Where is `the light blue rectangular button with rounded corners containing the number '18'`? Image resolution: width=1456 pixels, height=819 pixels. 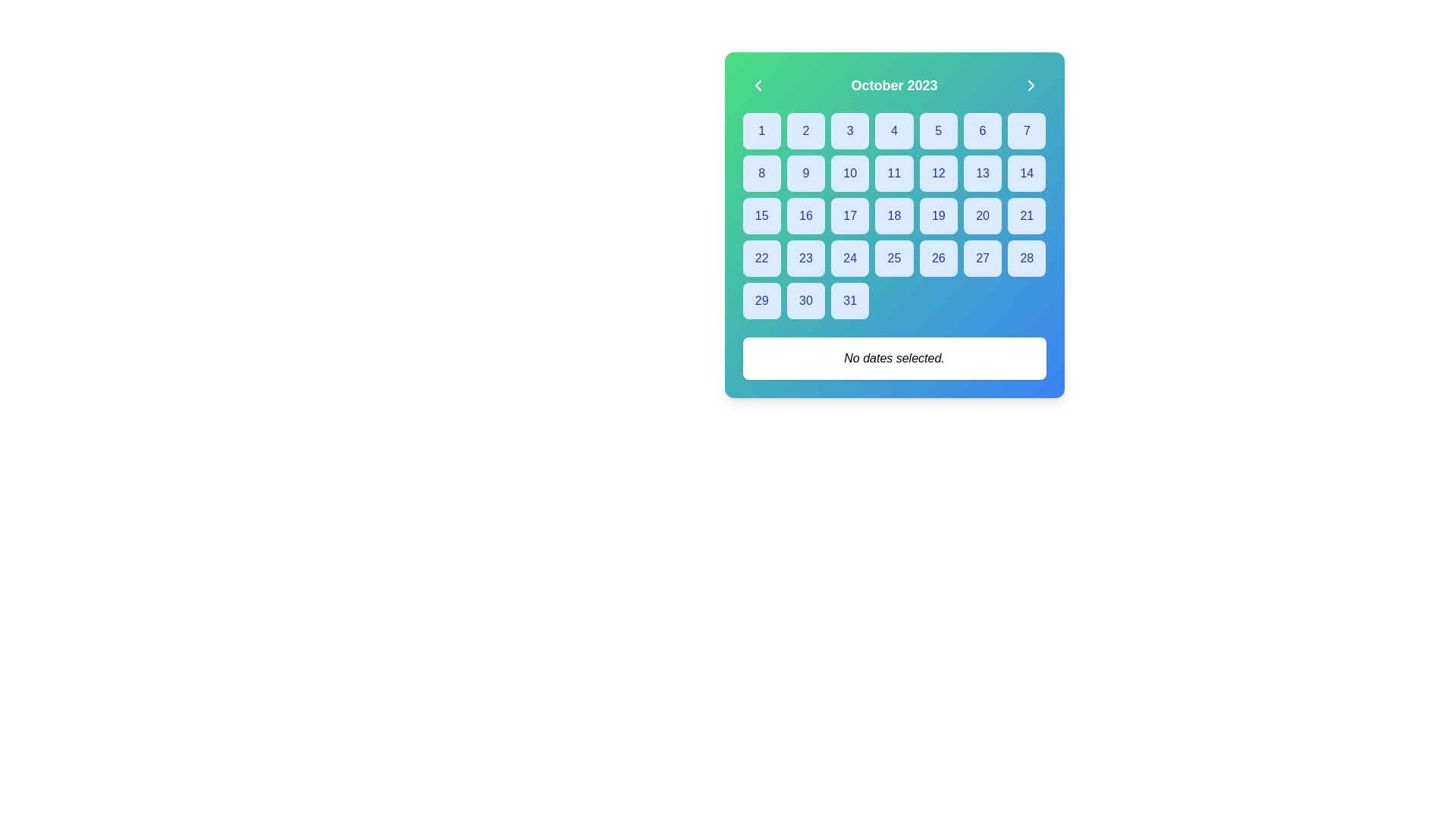 the light blue rectangular button with rounded corners containing the number '18' is located at coordinates (894, 216).